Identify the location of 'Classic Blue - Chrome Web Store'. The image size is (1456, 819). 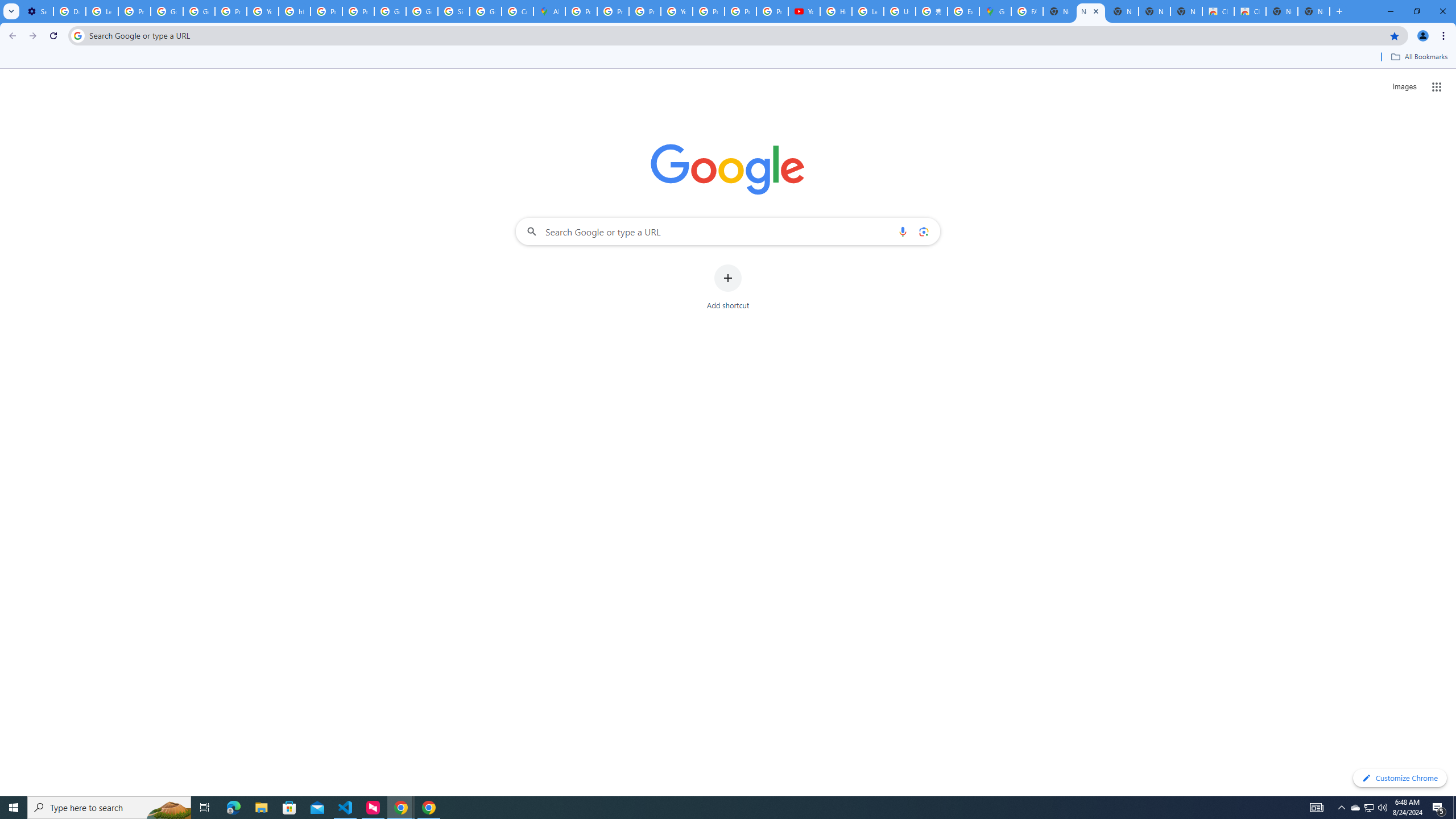
(1250, 11).